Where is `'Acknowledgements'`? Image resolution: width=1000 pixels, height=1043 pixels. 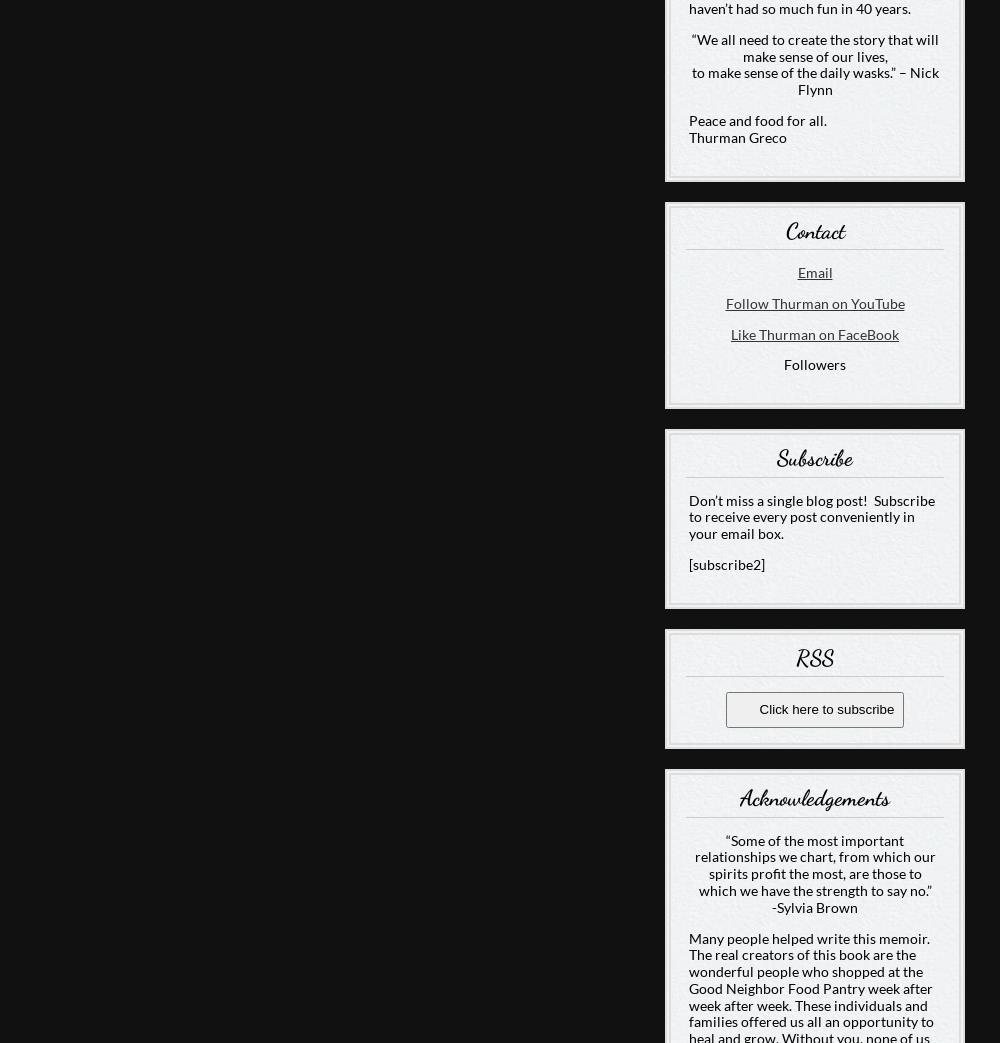
'Acknowledgements' is located at coordinates (814, 796).